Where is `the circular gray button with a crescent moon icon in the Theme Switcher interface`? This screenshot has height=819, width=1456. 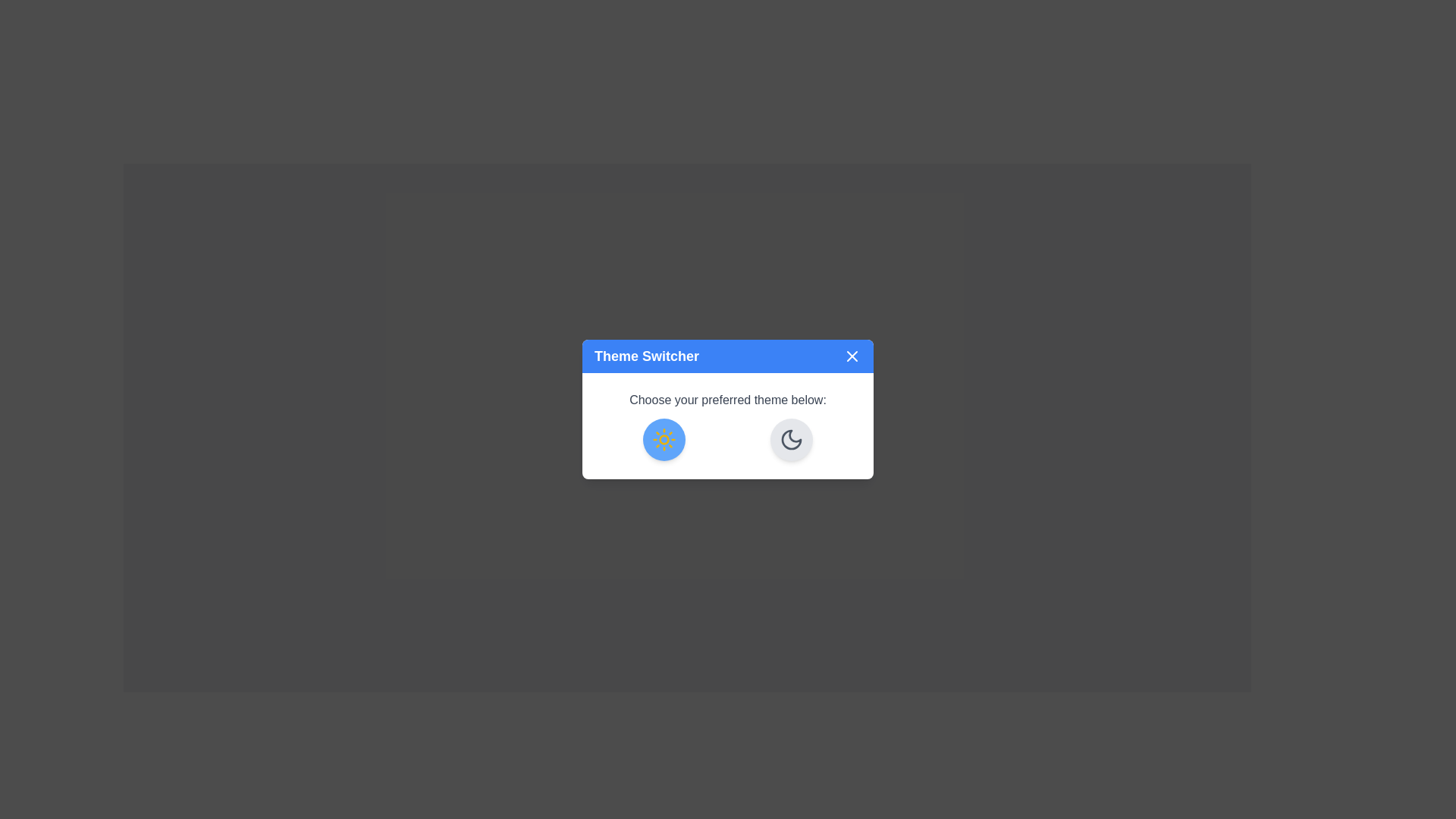
the circular gray button with a crescent moon icon in the Theme Switcher interface is located at coordinates (790, 439).